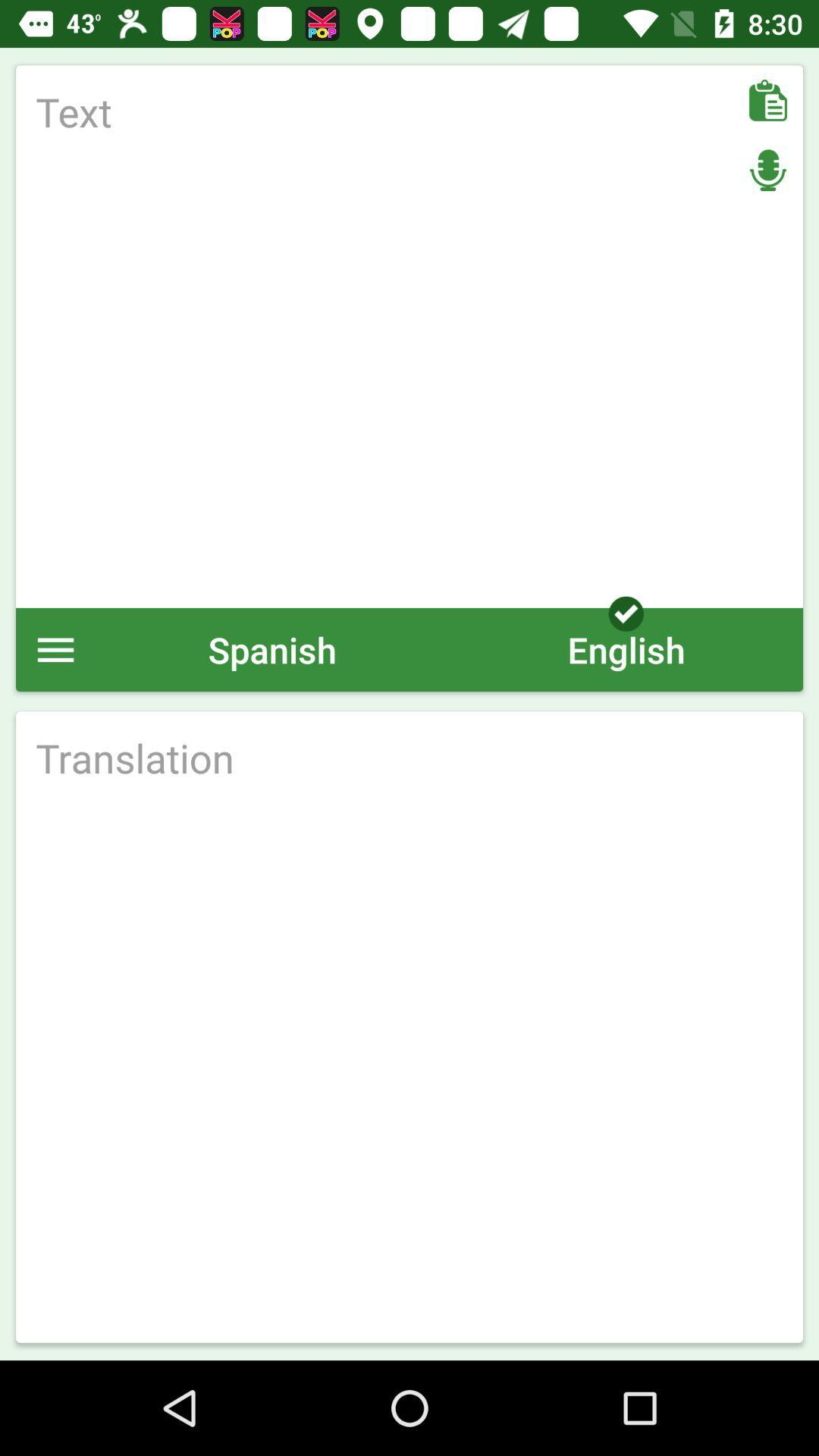  I want to click on see menu, so click(55, 649).